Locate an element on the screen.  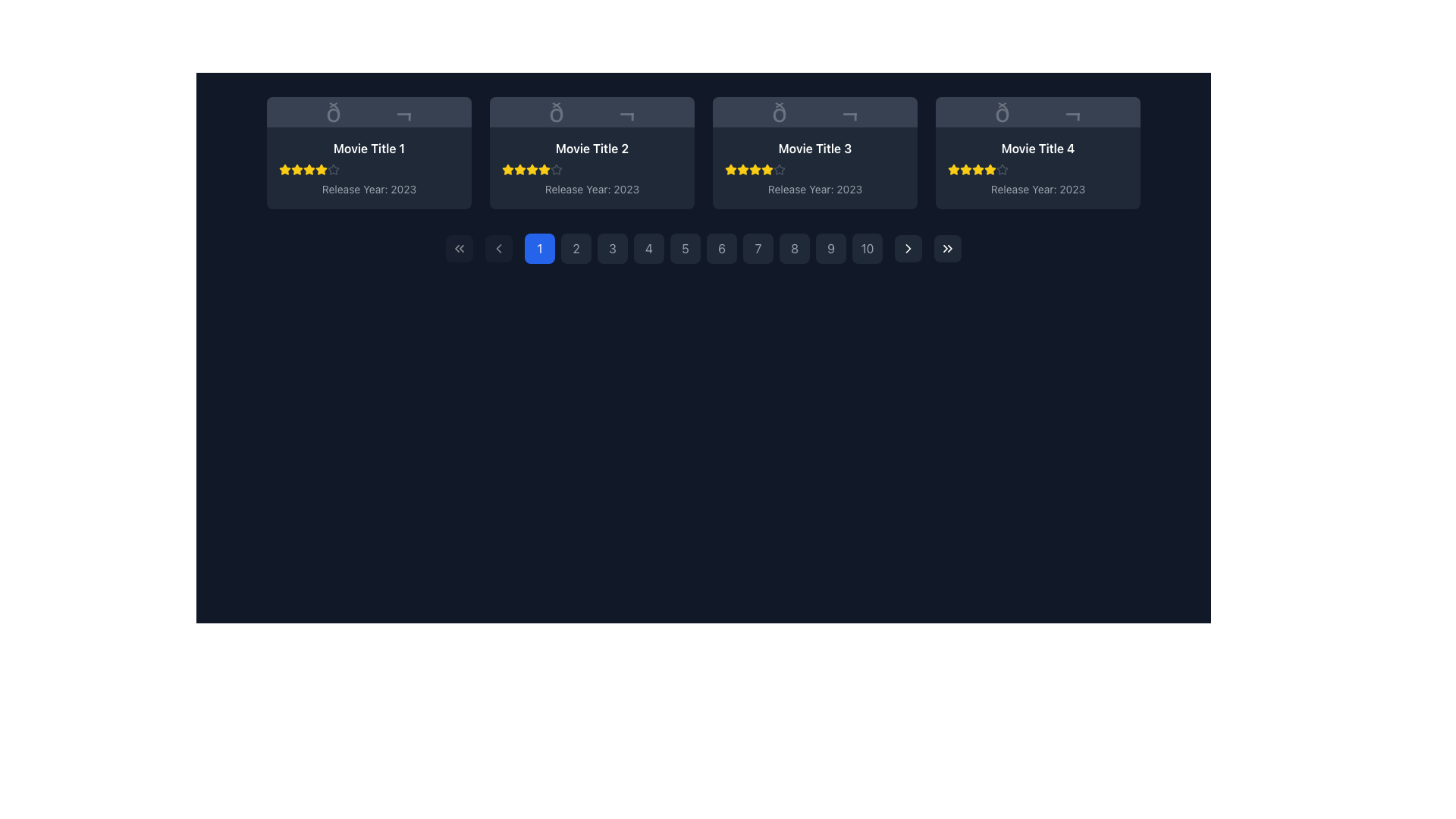
the square button with a rounded edge style that has a dark gray background and contains the number '8' in lighter gray, located in the pagination control is located at coordinates (793, 247).